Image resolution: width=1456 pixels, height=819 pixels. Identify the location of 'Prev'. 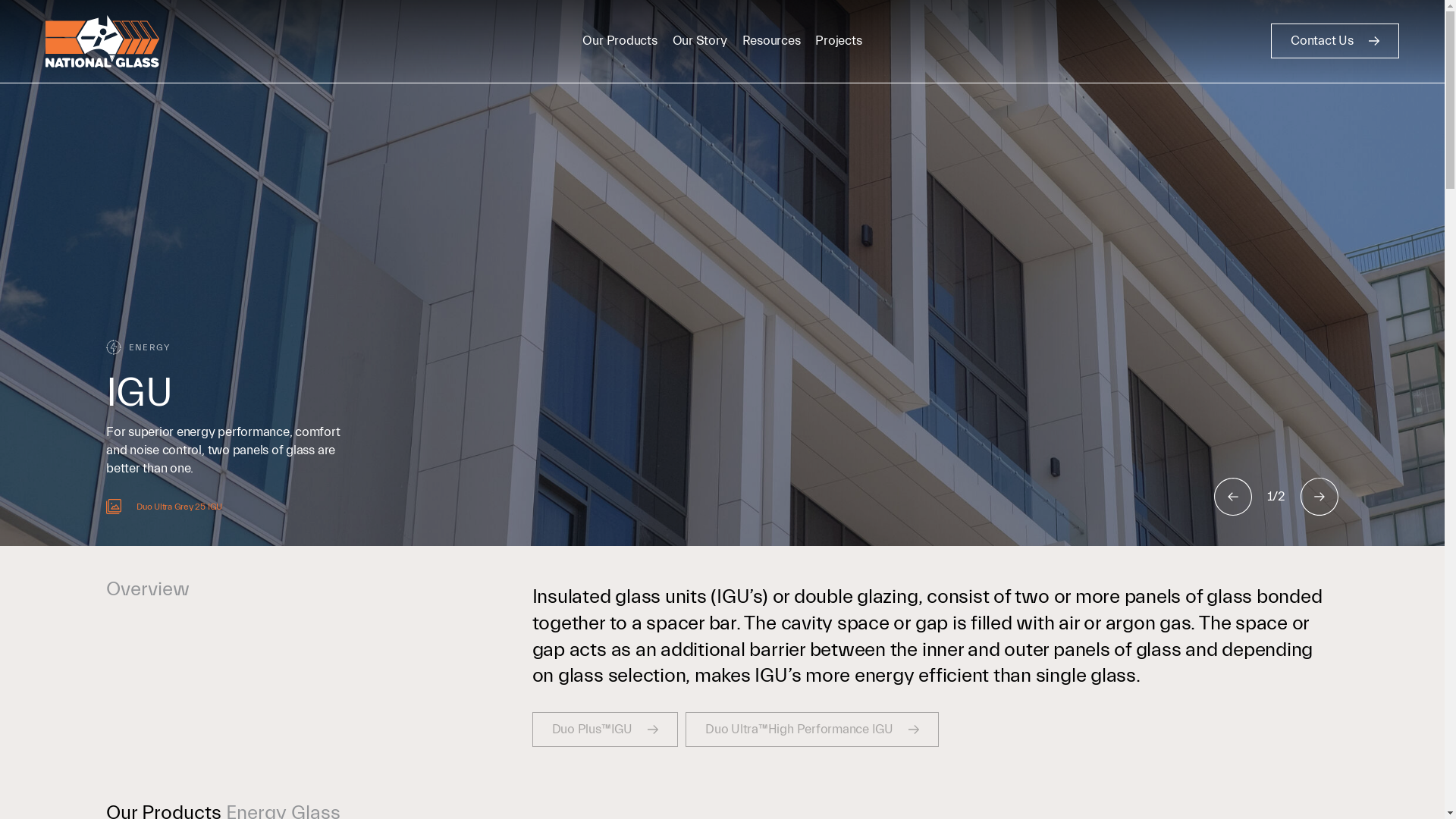
(1233, 497).